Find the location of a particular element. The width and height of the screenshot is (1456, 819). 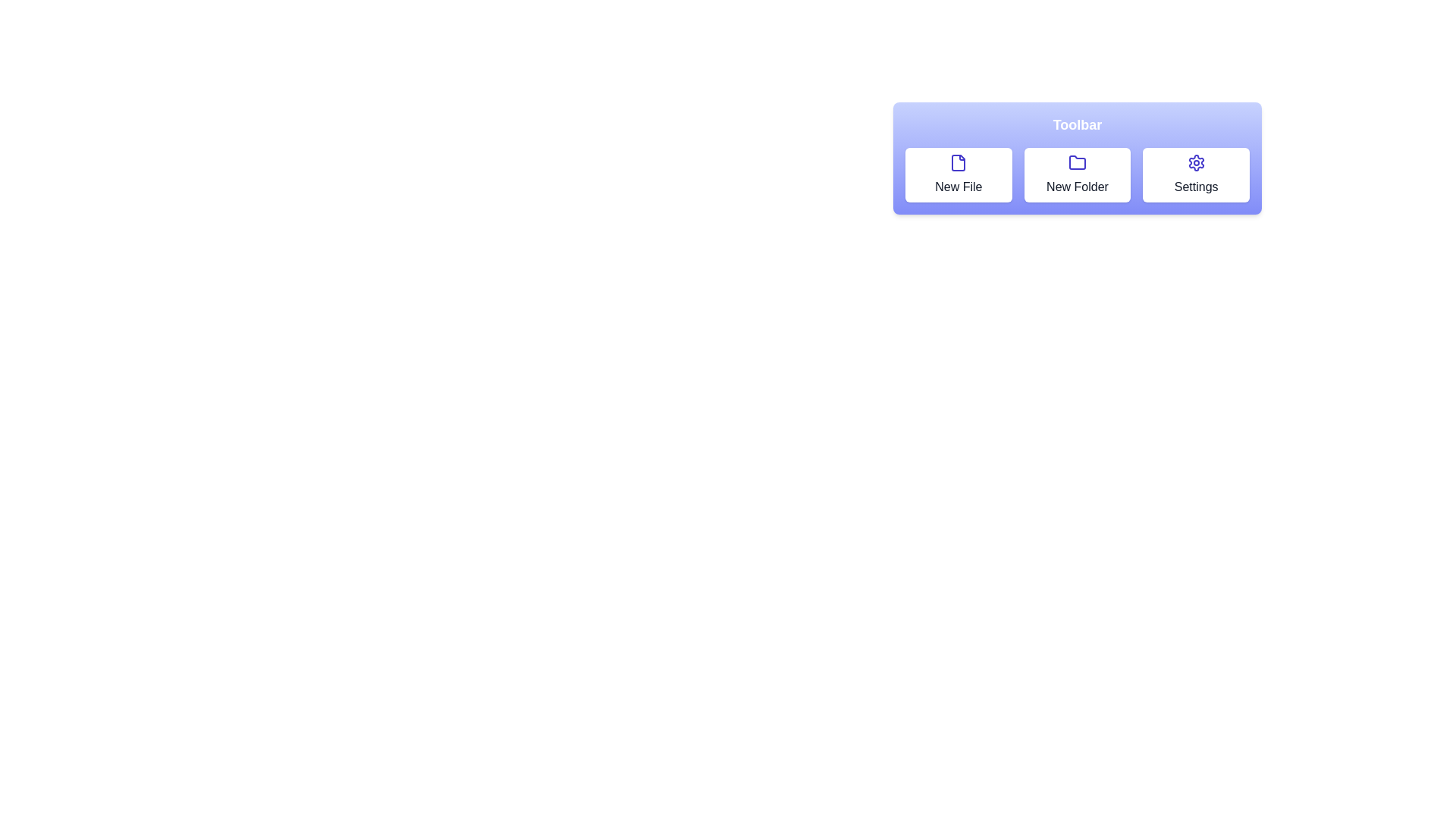

the 'New Folder' button, which is a rounded rectangular button with a white background and an indigo hover state, located in the middle of a horizontal toolbar is located at coordinates (1076, 174).